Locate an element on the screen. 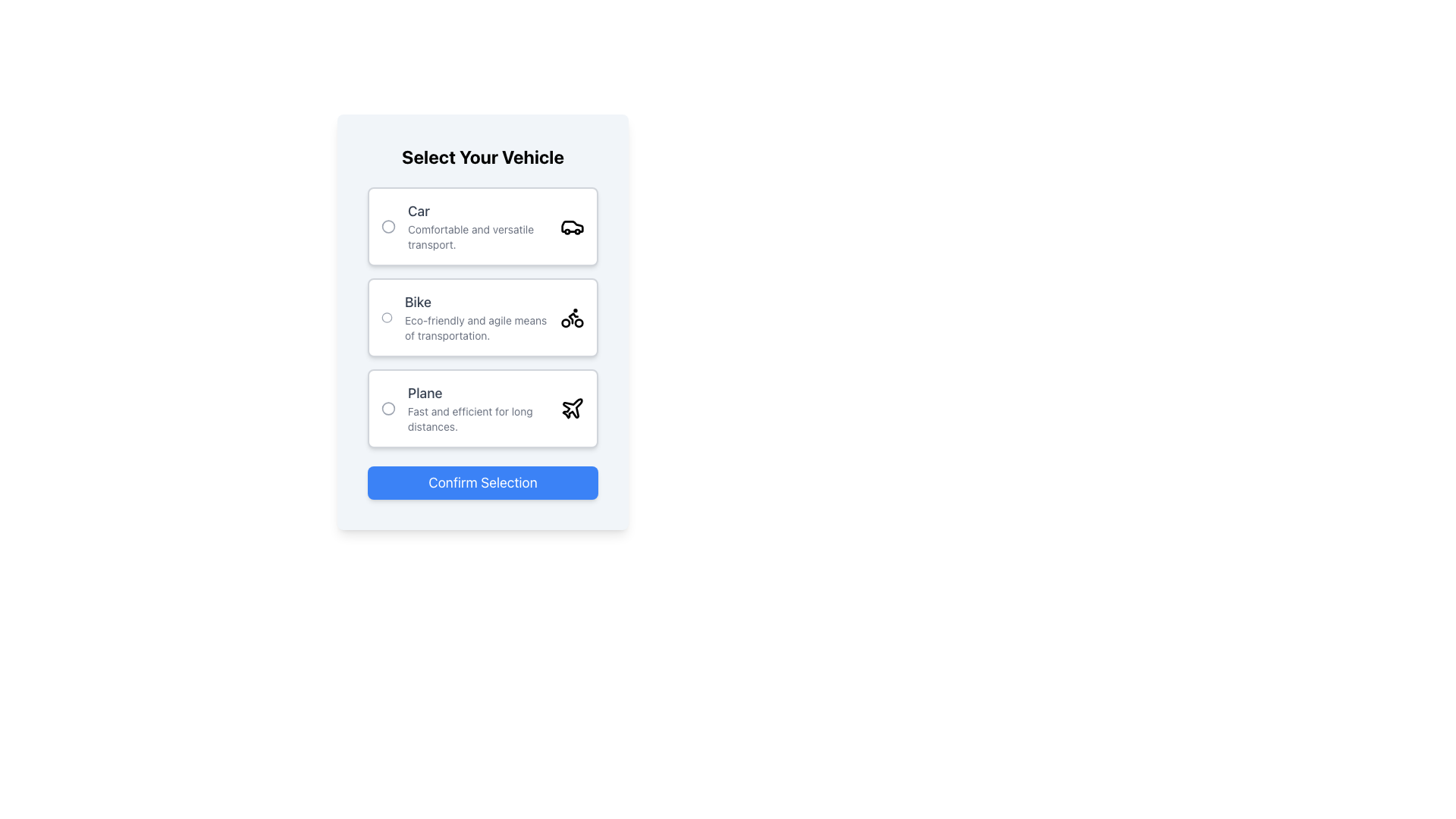 The image size is (1456, 819). the SVG circle element that indicates the unselected state of the 'Plane' option in the selection list is located at coordinates (388, 408).